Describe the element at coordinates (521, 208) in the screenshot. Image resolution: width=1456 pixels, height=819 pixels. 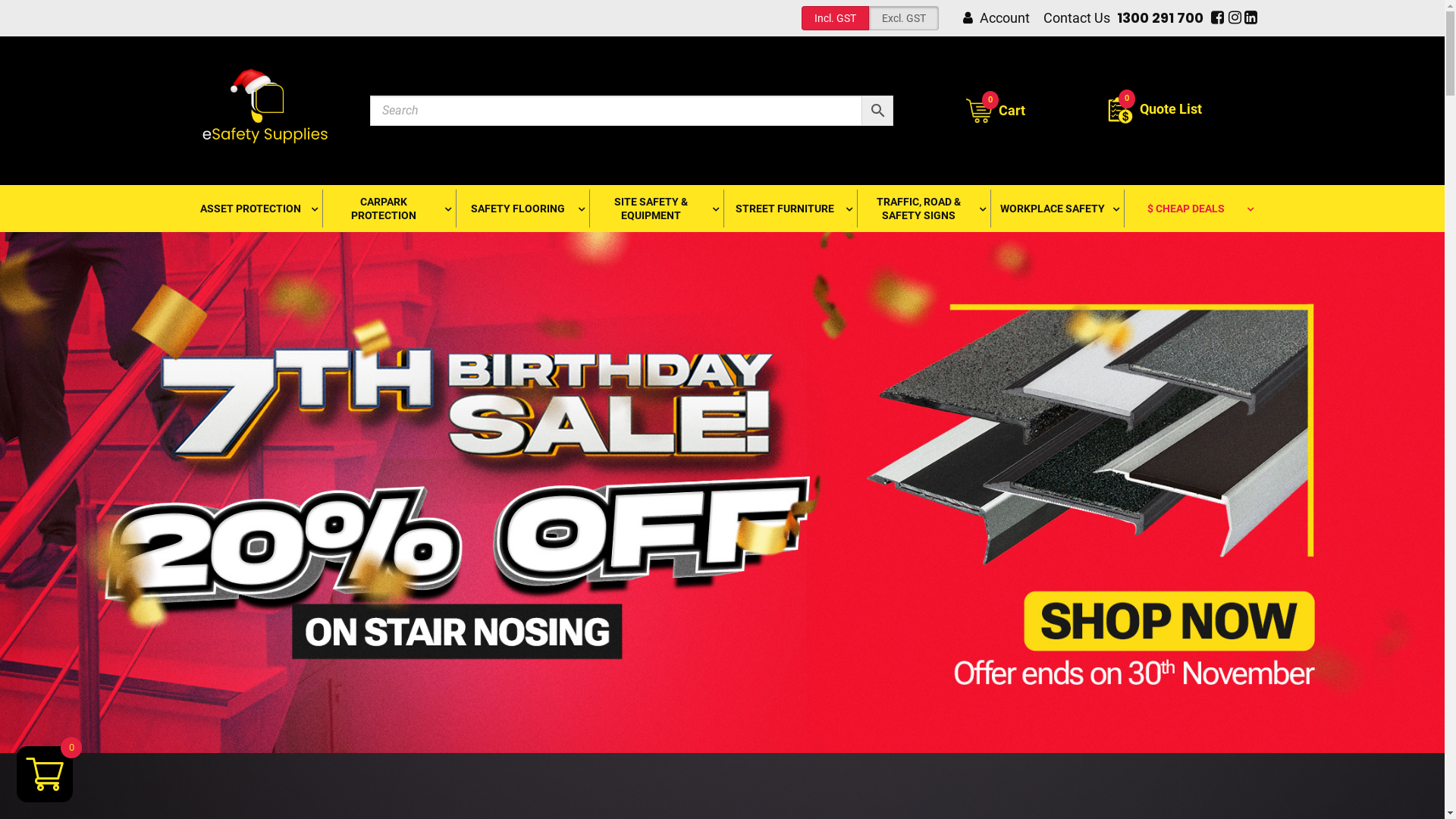
I see `'SAFETY FLOORING'` at that location.